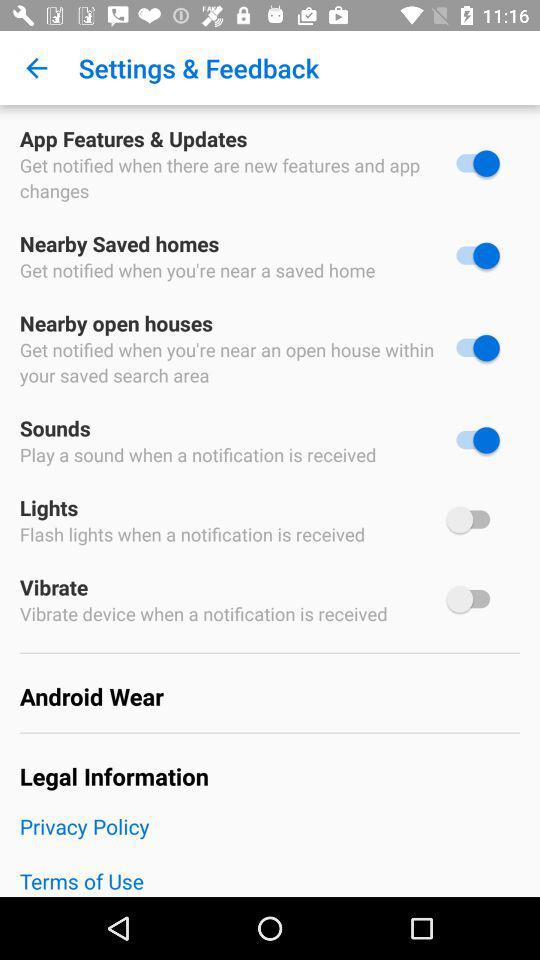  I want to click on lights switch, so click(472, 518).